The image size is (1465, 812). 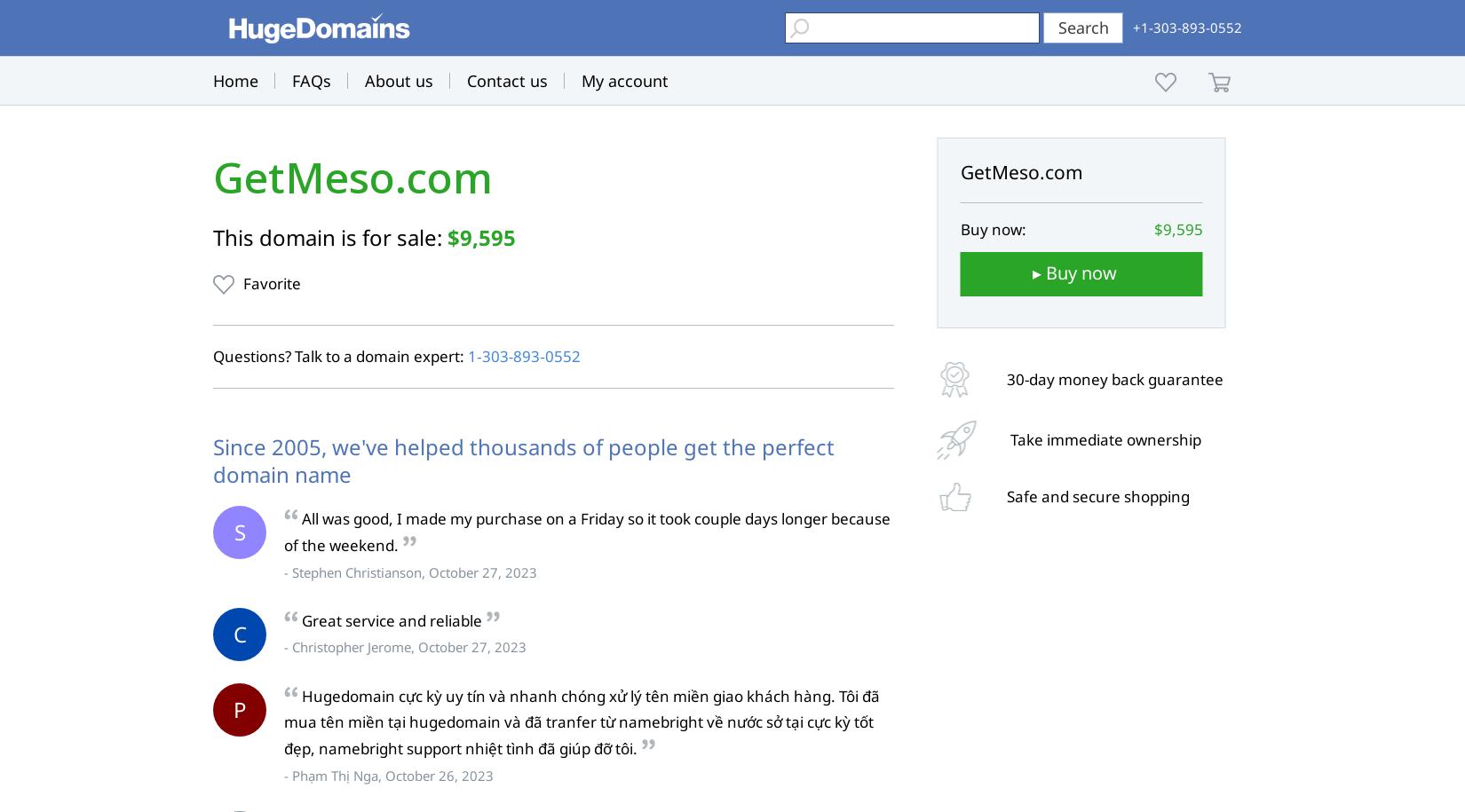 What do you see at coordinates (239, 531) in the screenshot?
I see `'S'` at bounding box center [239, 531].